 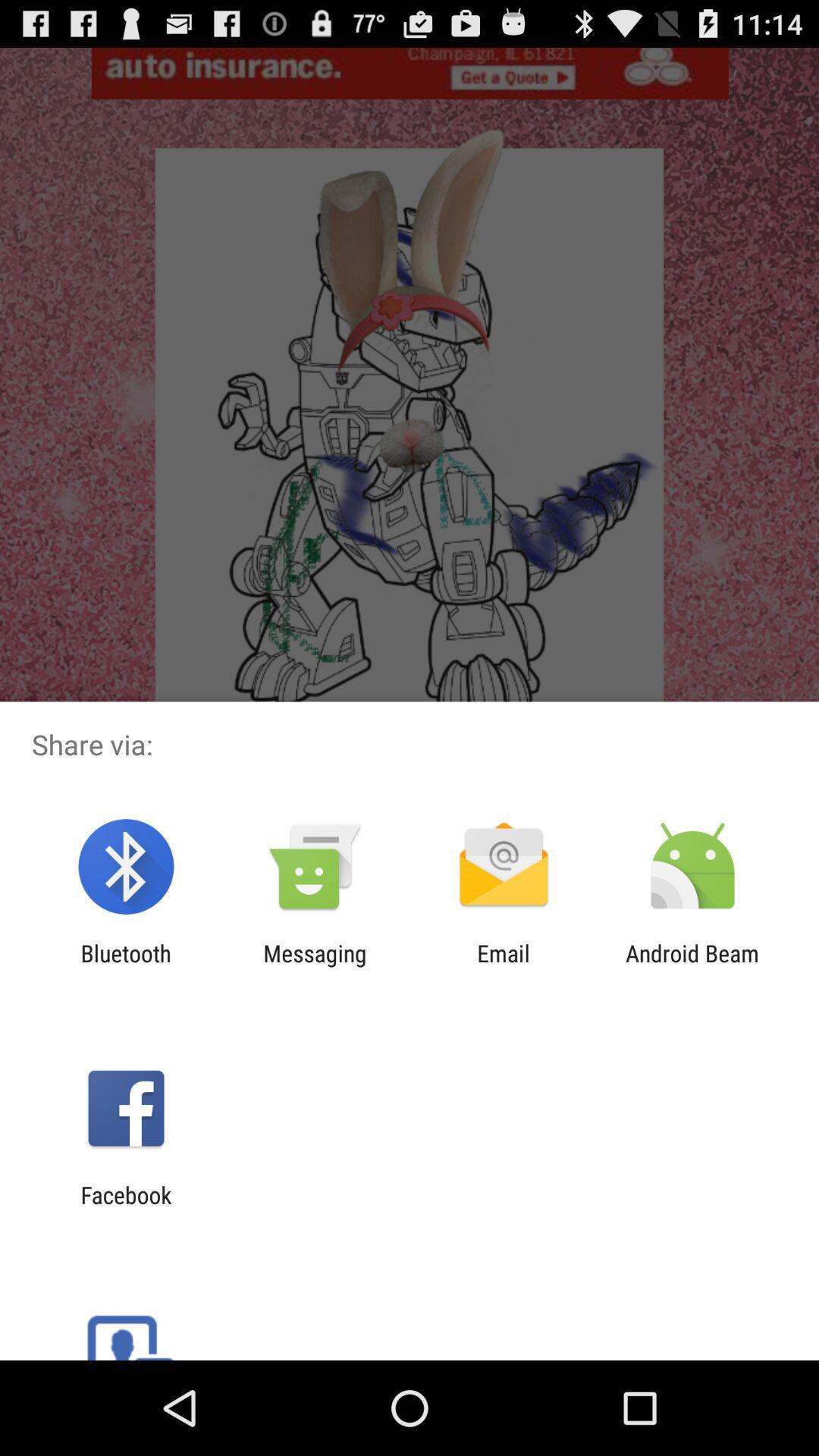 I want to click on app to the left of android beam, so click(x=504, y=966).